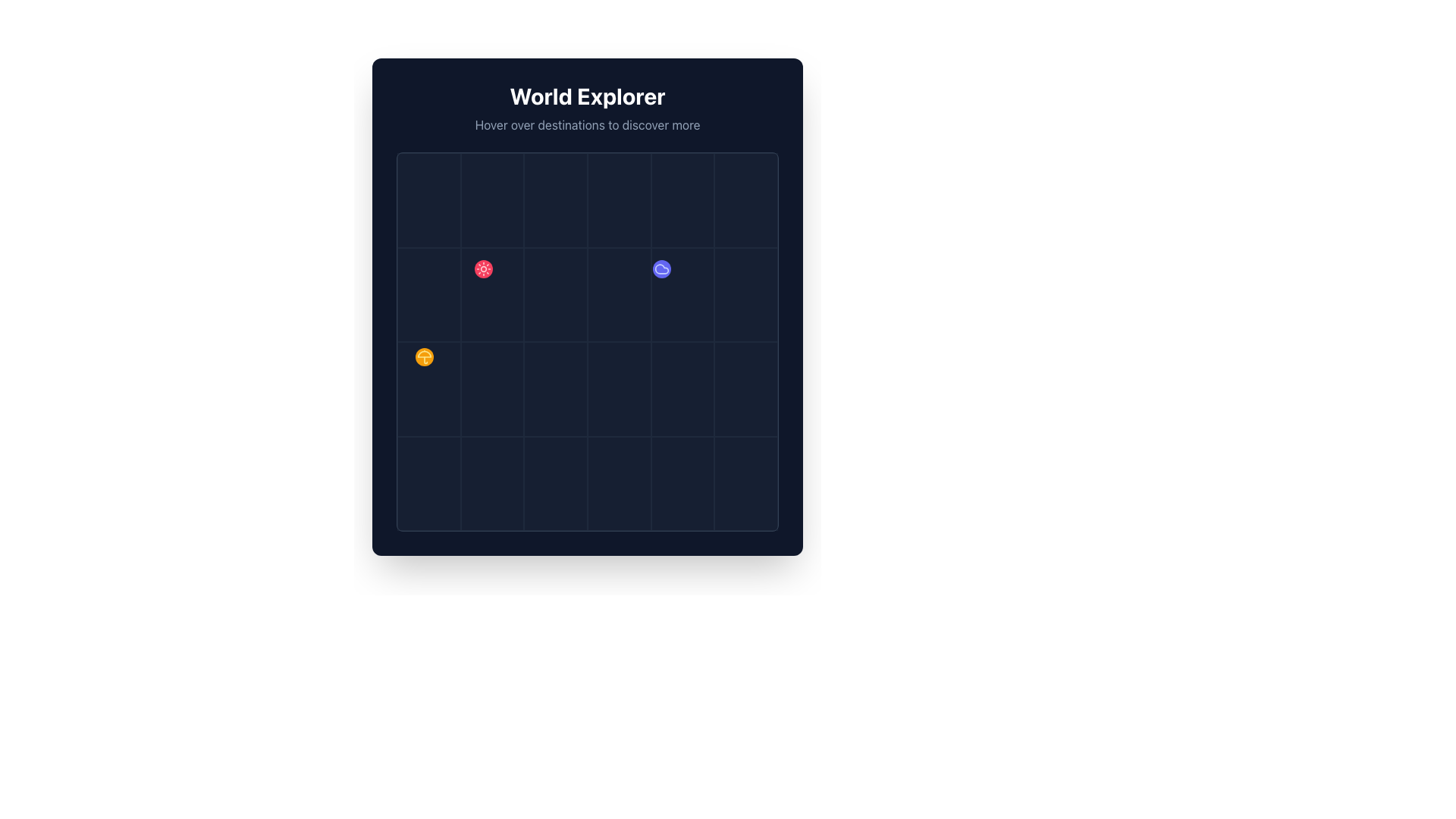 This screenshot has width=1456, height=819. Describe the element at coordinates (619, 388) in the screenshot. I see `the grid cell located in the third column and third row of a 6-column and 4-row grid layout to interact with potential content` at that location.